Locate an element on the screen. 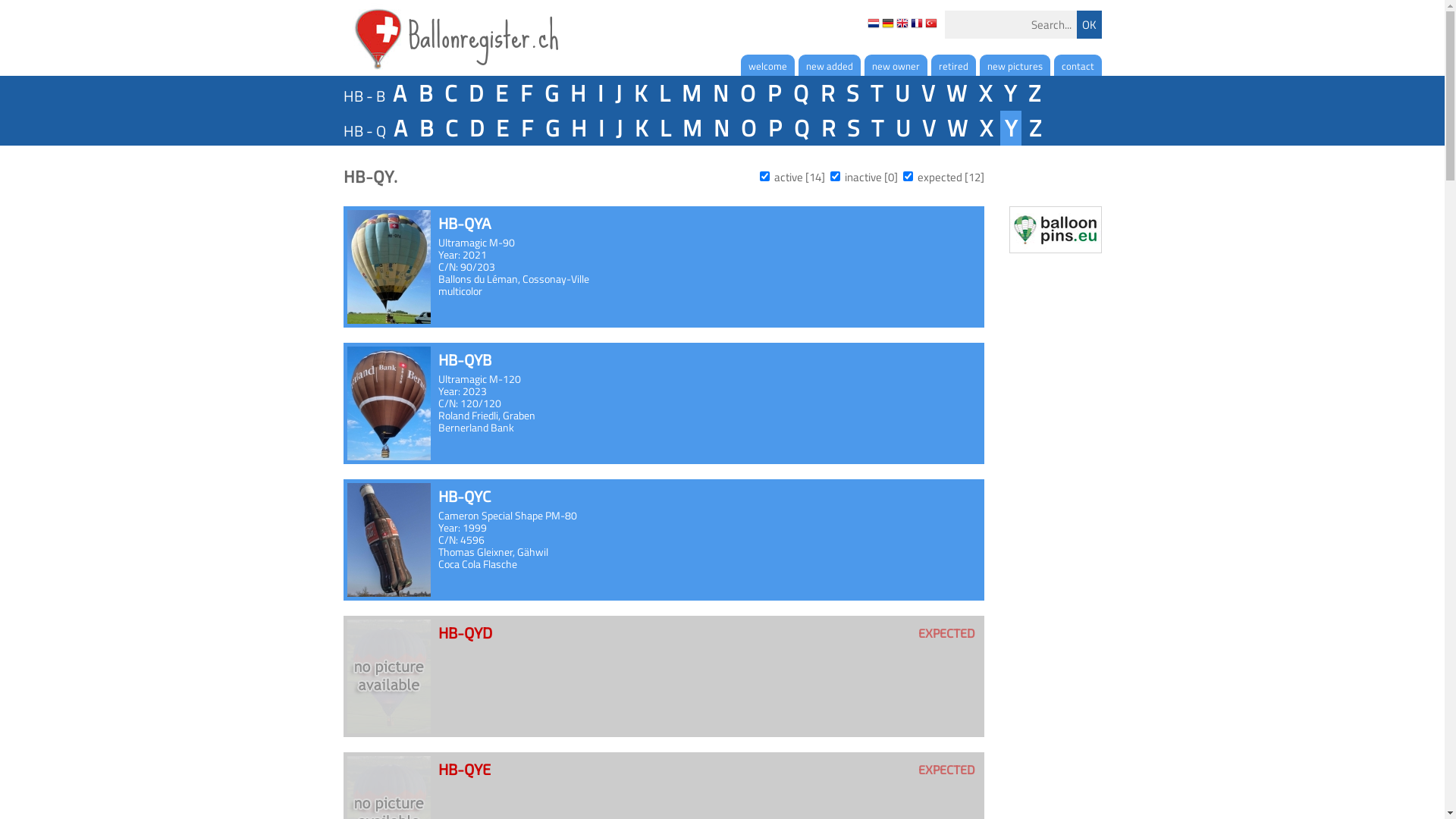 The width and height of the screenshot is (1456, 819). 'E' is located at coordinates (500, 93).